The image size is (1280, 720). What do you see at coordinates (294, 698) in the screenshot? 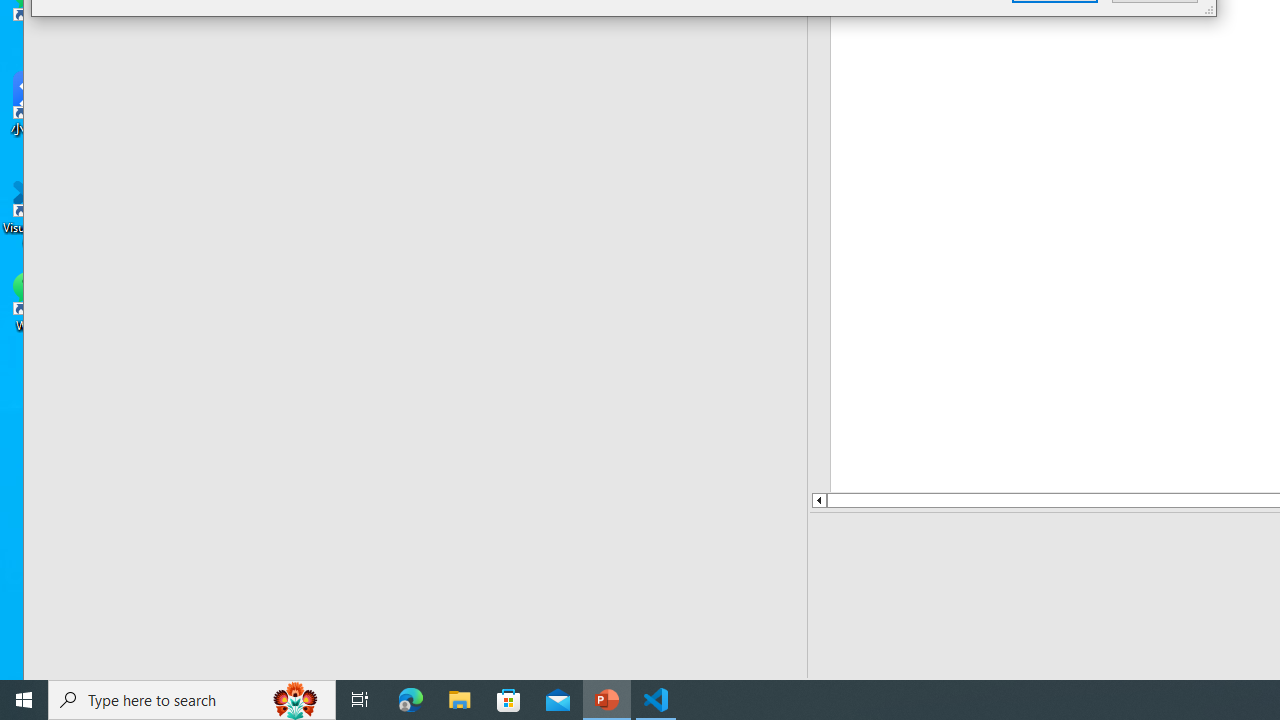
I see `'Search highlights icon opens search home window'` at bounding box center [294, 698].